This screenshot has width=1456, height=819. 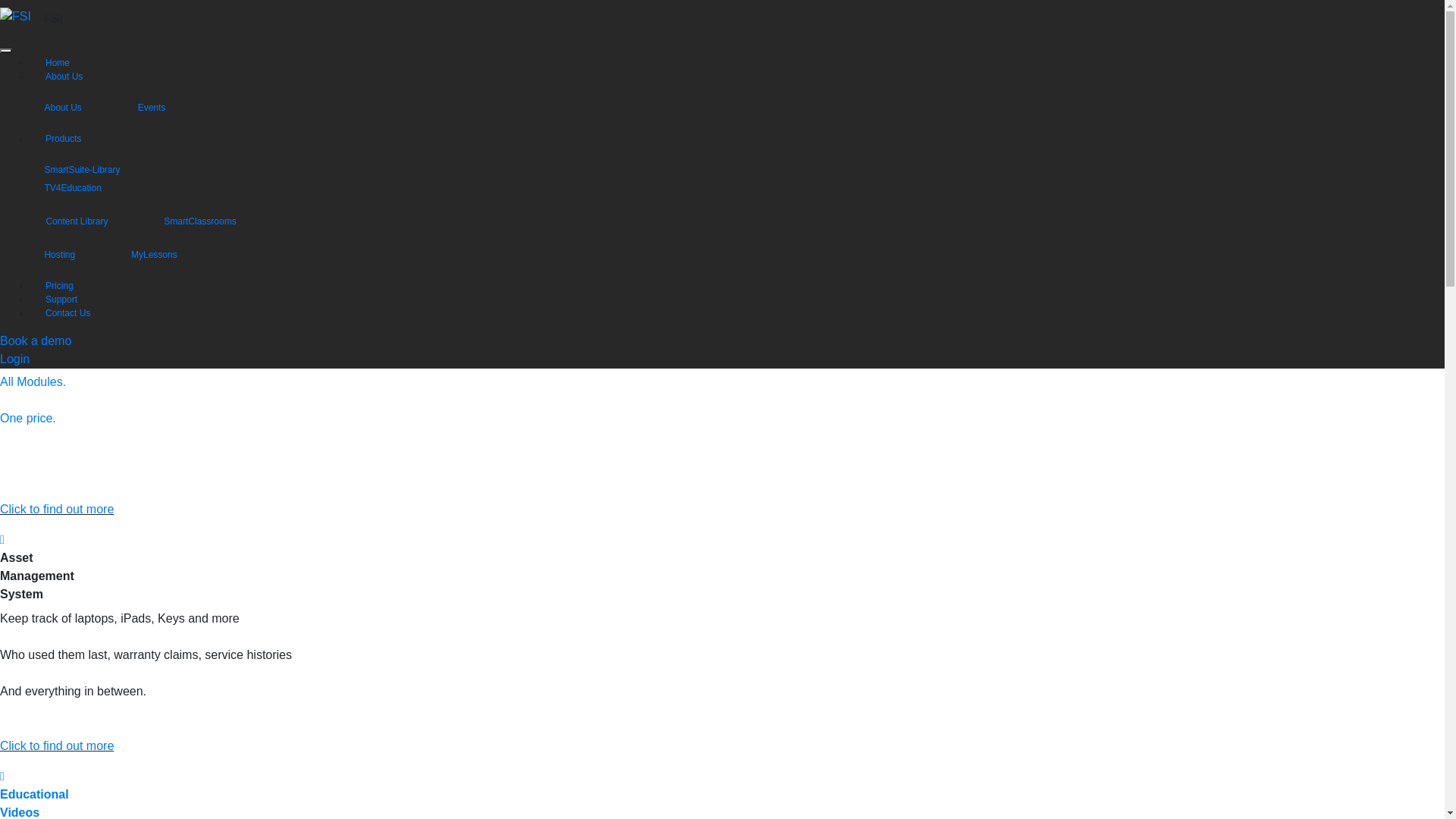 What do you see at coordinates (45, 286) in the screenshot?
I see `'Pricing'` at bounding box center [45, 286].